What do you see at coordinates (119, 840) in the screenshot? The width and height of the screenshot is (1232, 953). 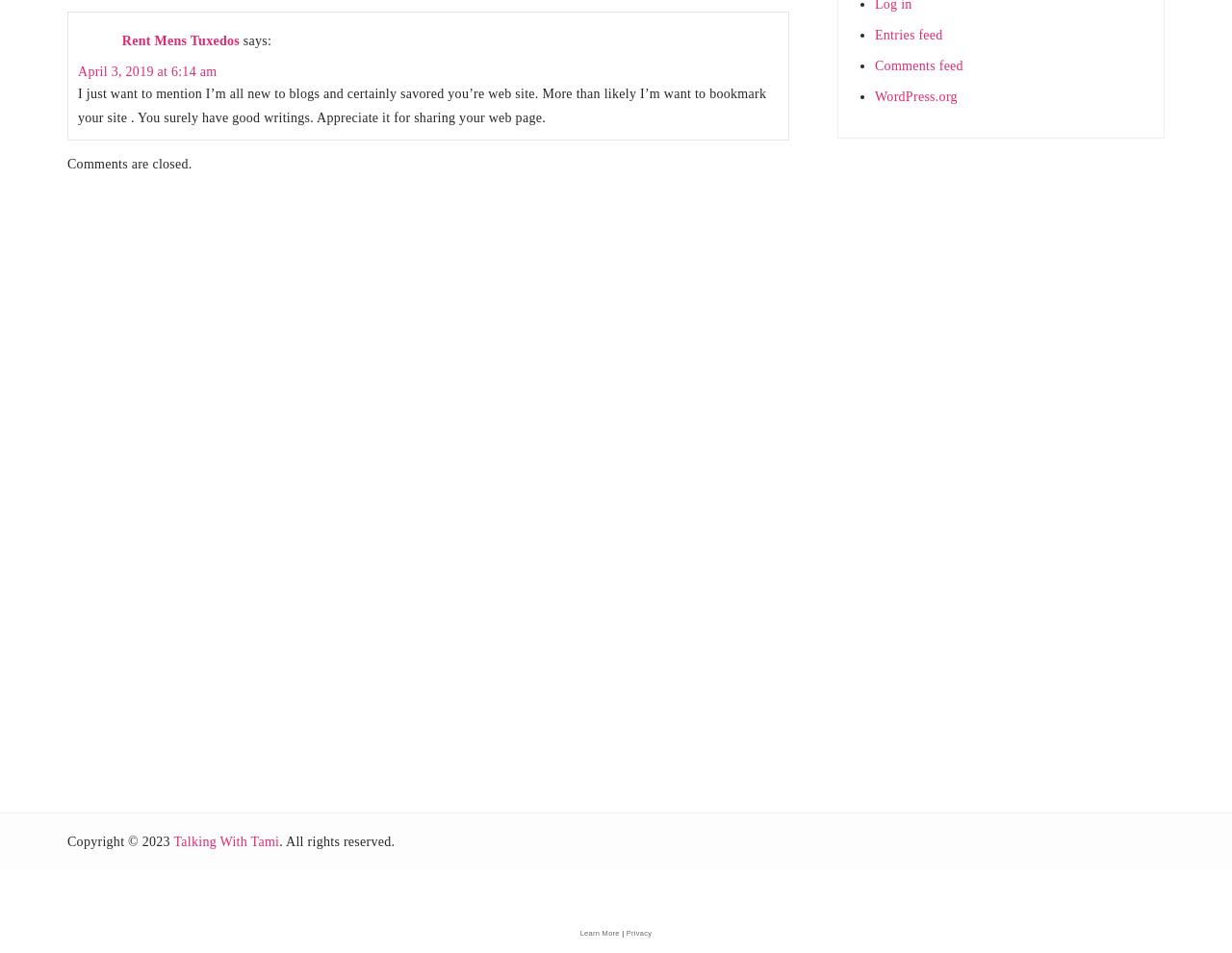 I see `'Copyright © 2023'` at bounding box center [119, 840].